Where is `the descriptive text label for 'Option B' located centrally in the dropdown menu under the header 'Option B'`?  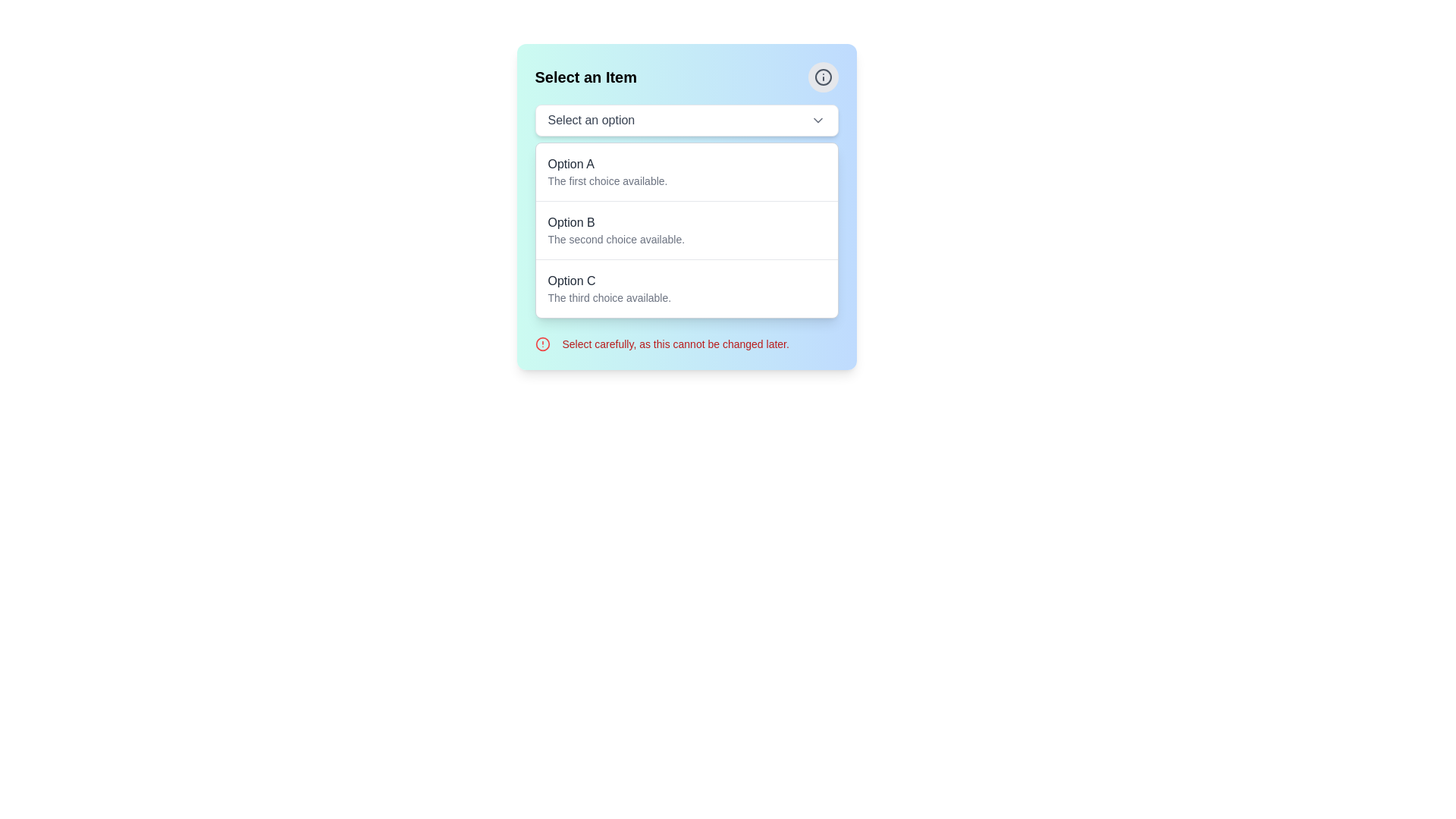
the descriptive text label for 'Option B' located centrally in the dropdown menu under the header 'Option B' is located at coordinates (616, 239).